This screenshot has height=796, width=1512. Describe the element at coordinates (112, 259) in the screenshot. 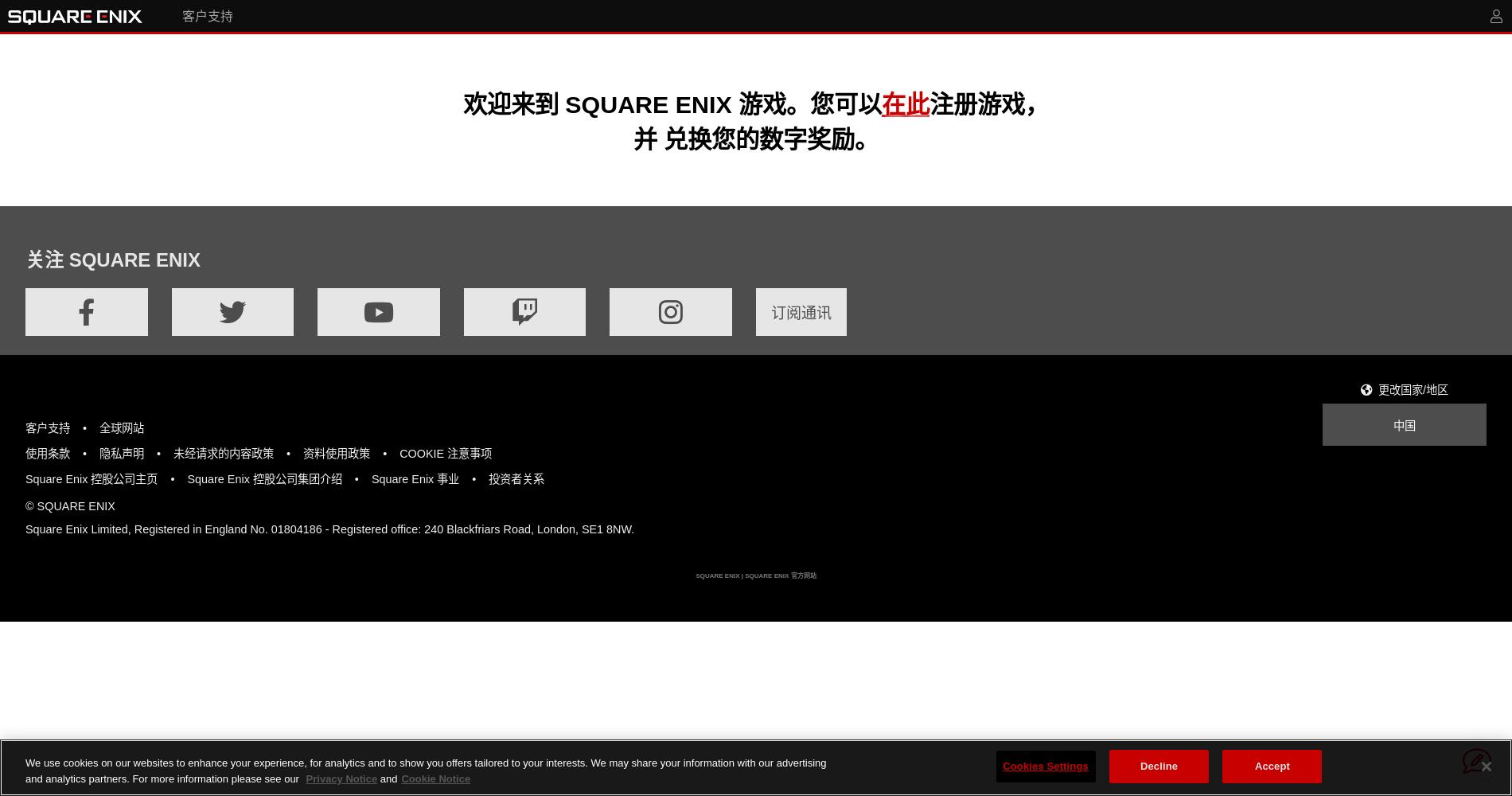

I see `'关注 SQUARE ENIX'` at that location.